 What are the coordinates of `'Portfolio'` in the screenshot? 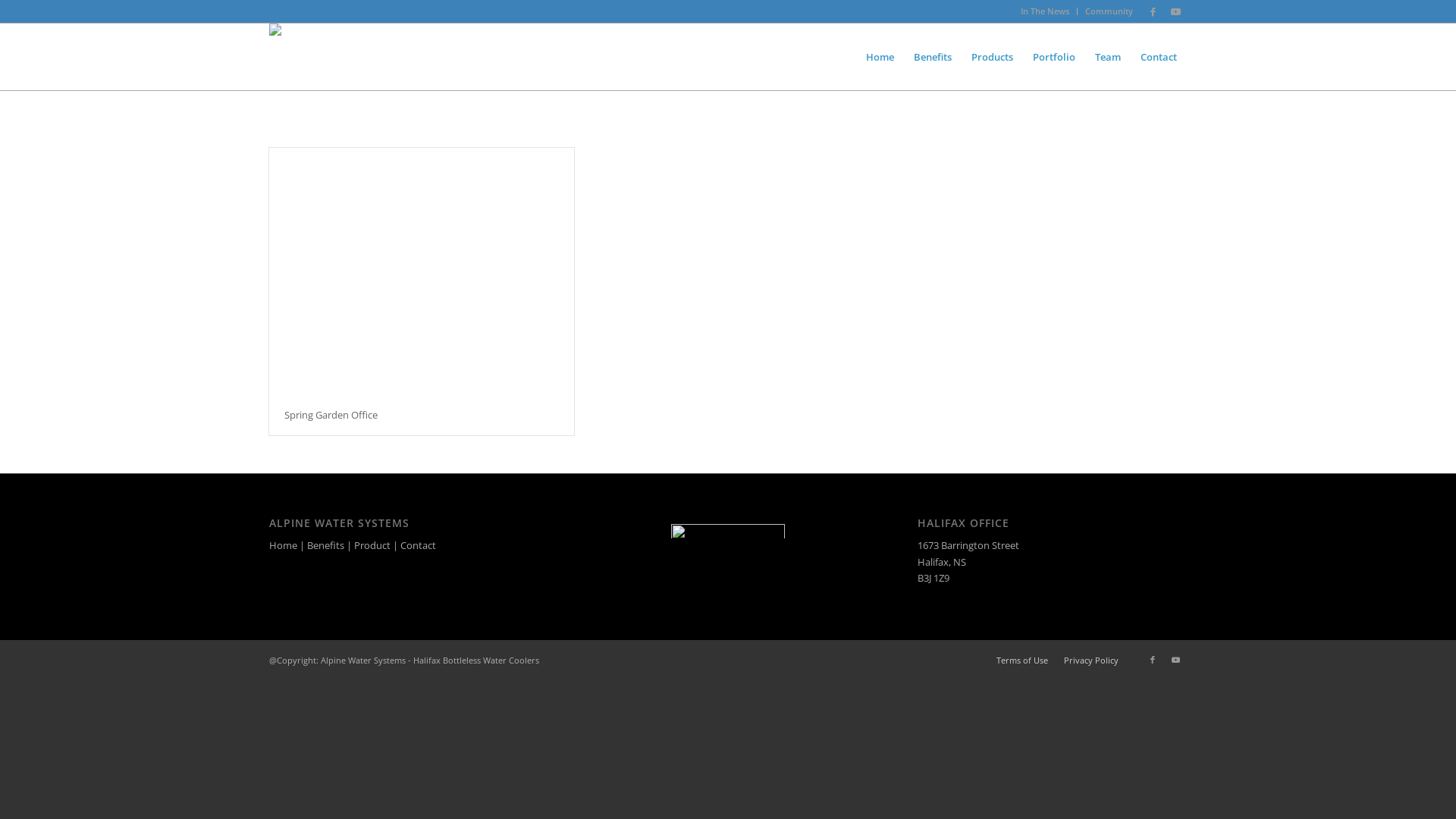 It's located at (1053, 55).